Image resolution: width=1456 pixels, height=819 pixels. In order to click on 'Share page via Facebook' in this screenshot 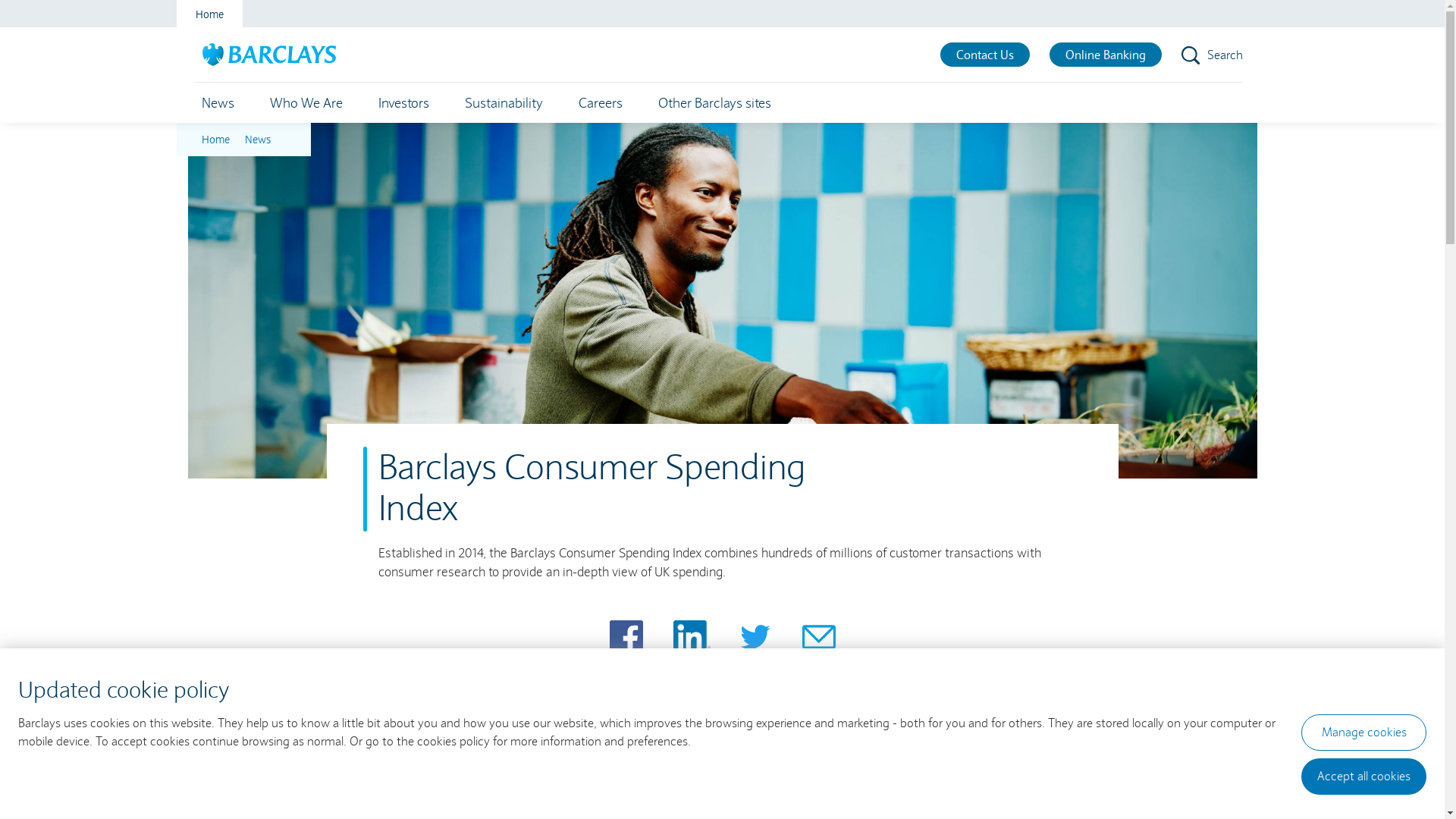, I will do `click(610, 637)`.